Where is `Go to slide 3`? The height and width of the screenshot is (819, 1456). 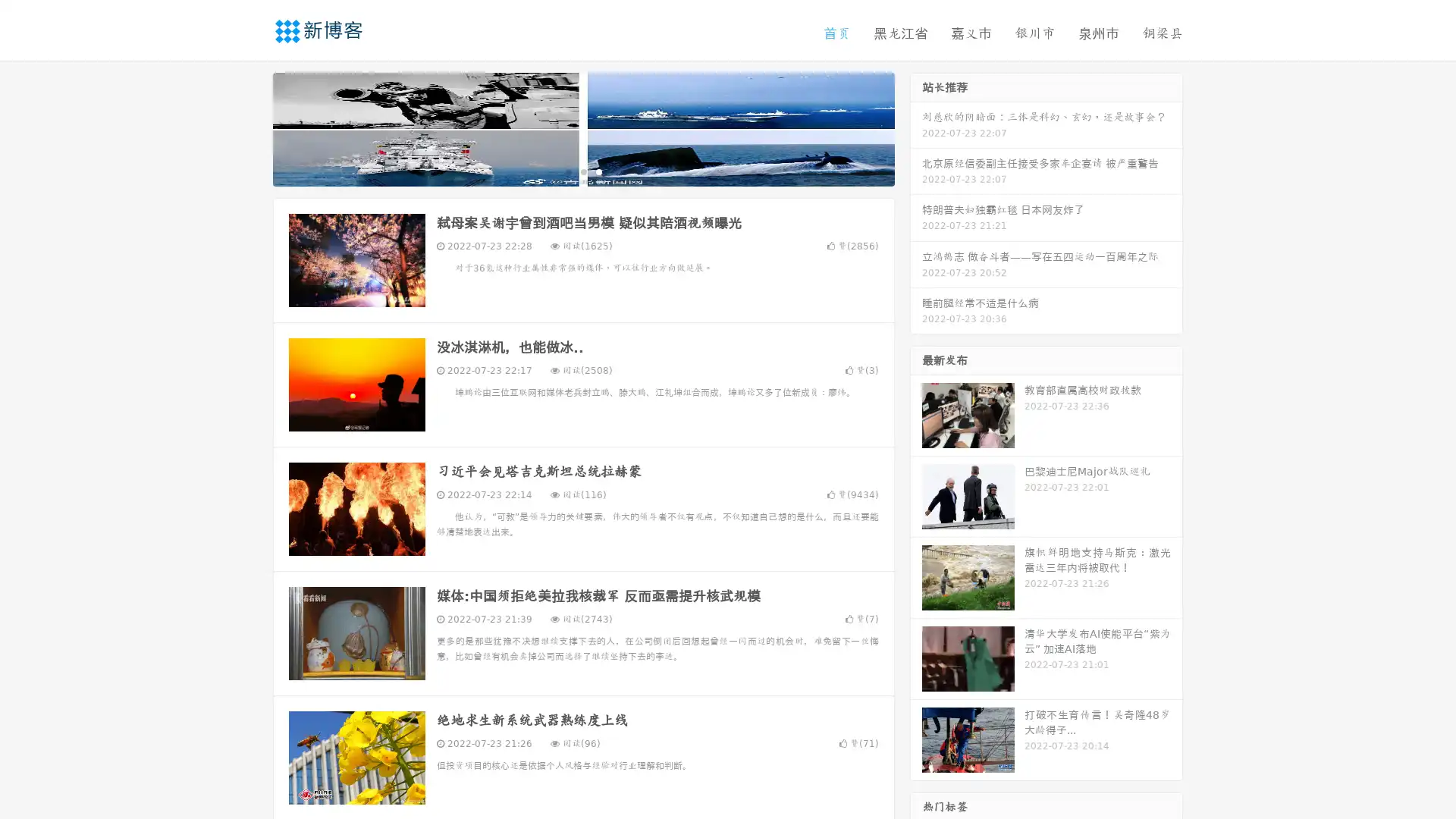 Go to slide 3 is located at coordinates (598, 171).